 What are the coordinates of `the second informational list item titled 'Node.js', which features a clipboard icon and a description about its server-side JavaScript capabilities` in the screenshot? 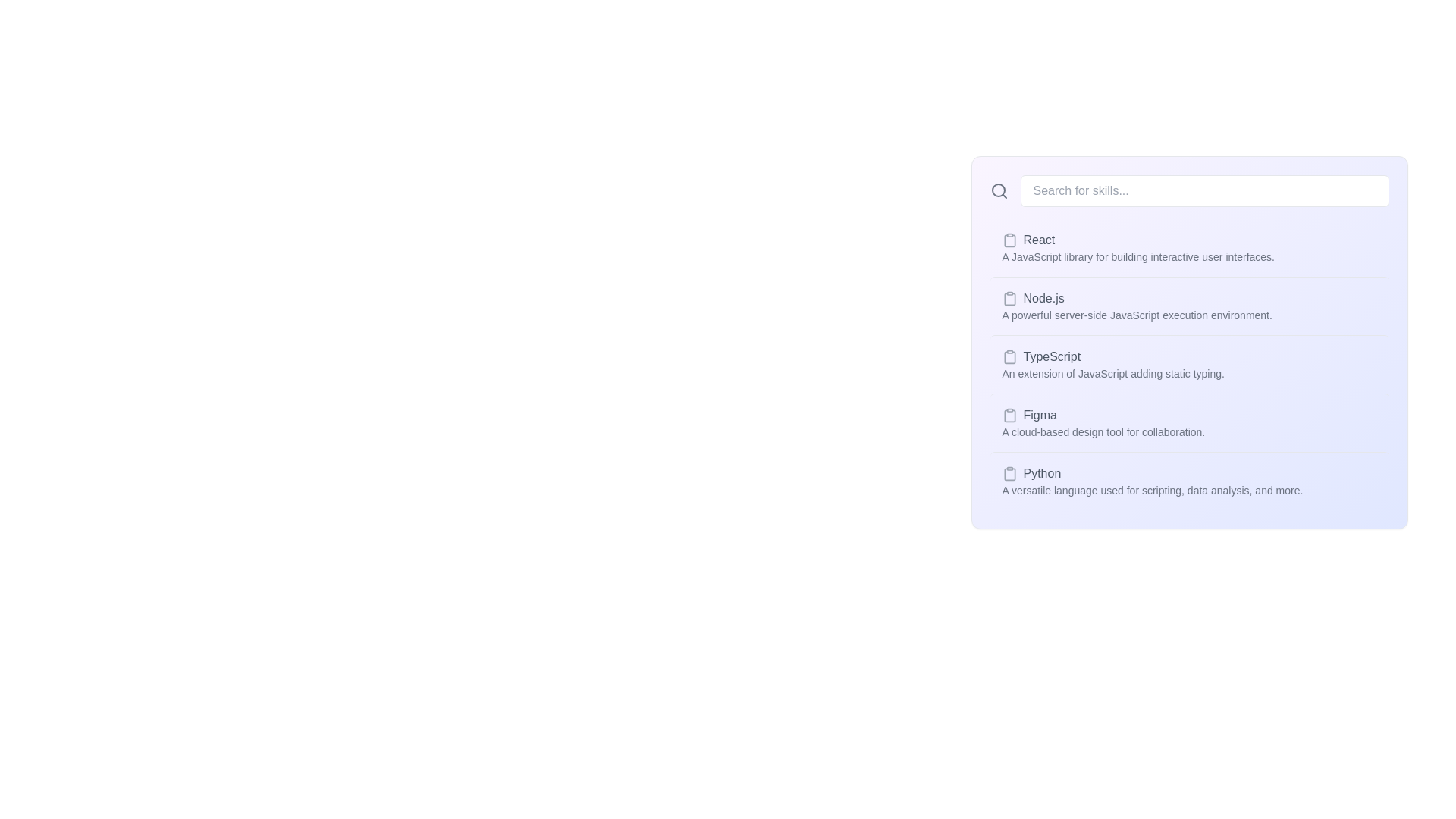 It's located at (1136, 306).